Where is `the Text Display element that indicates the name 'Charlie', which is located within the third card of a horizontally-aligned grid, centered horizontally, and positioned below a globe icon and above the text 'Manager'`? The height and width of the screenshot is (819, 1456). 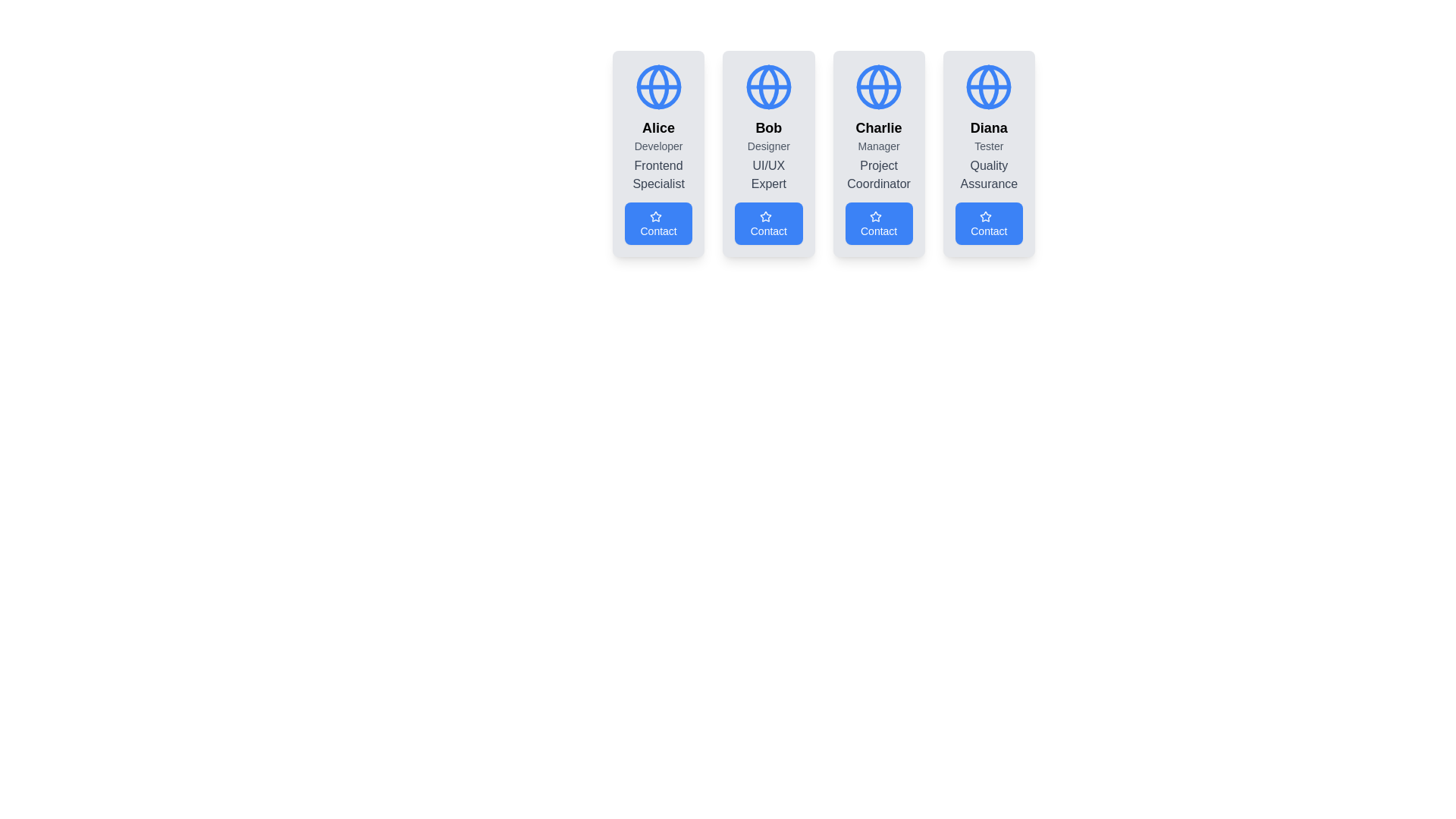
the Text Display element that indicates the name 'Charlie', which is located within the third card of a horizontally-aligned grid, centered horizontally, and positioned below a globe icon and above the text 'Manager' is located at coordinates (879, 127).